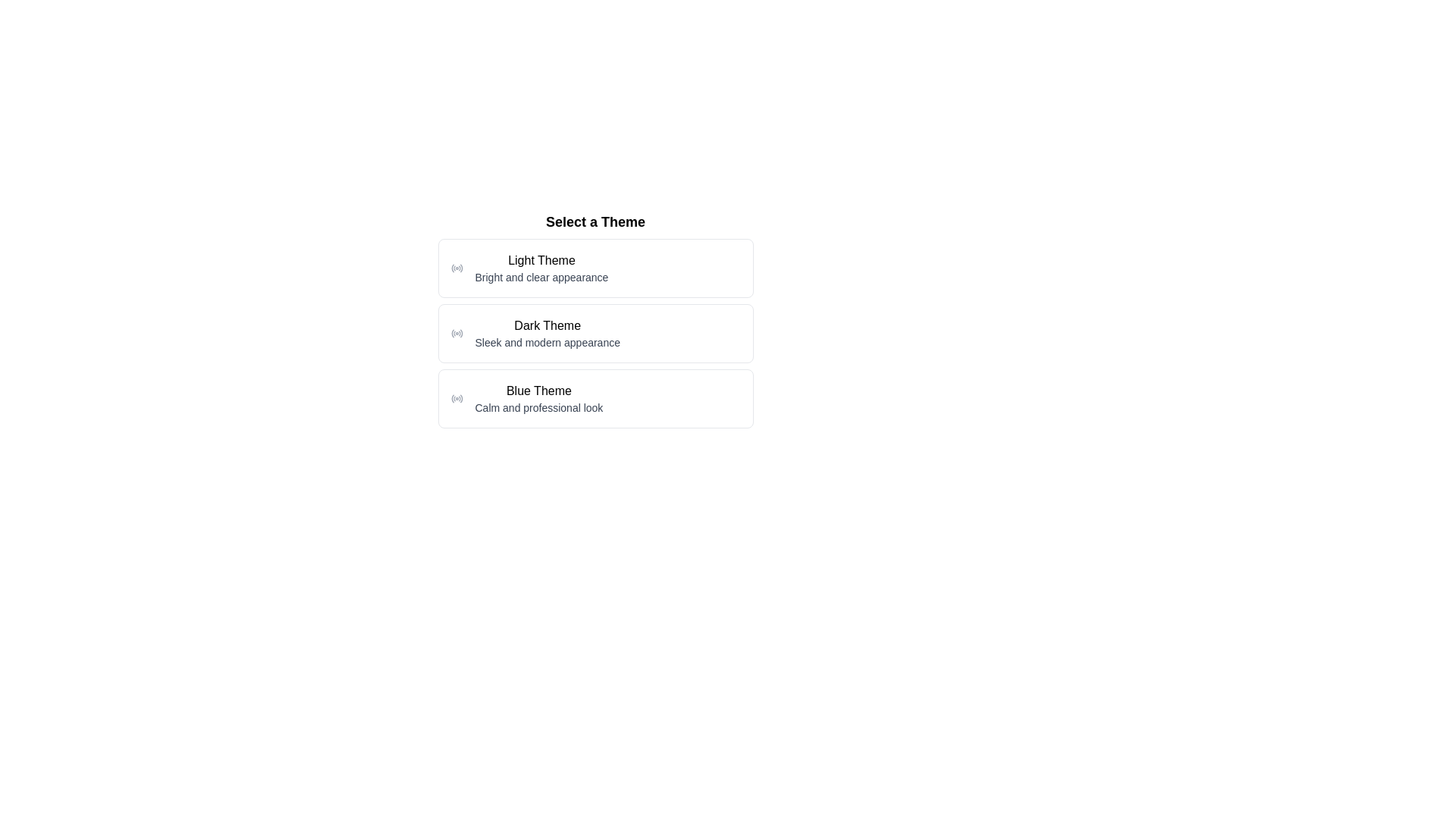 This screenshot has height=819, width=1456. What do you see at coordinates (547, 325) in the screenshot?
I see `text label that displays 'Dark Theme' in the middle option of the theme selection UI` at bounding box center [547, 325].